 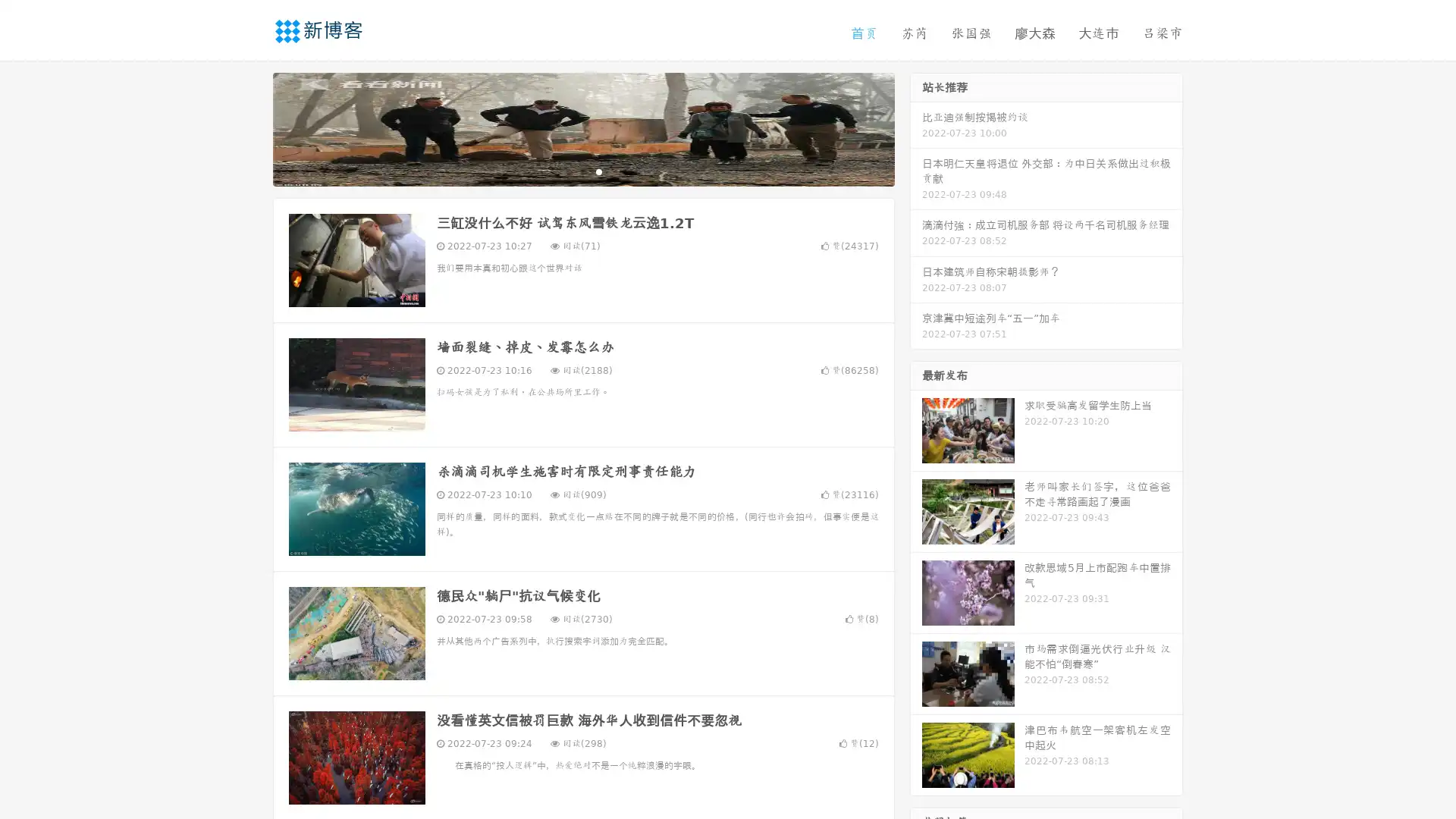 What do you see at coordinates (567, 171) in the screenshot?
I see `Go to slide 1` at bounding box center [567, 171].